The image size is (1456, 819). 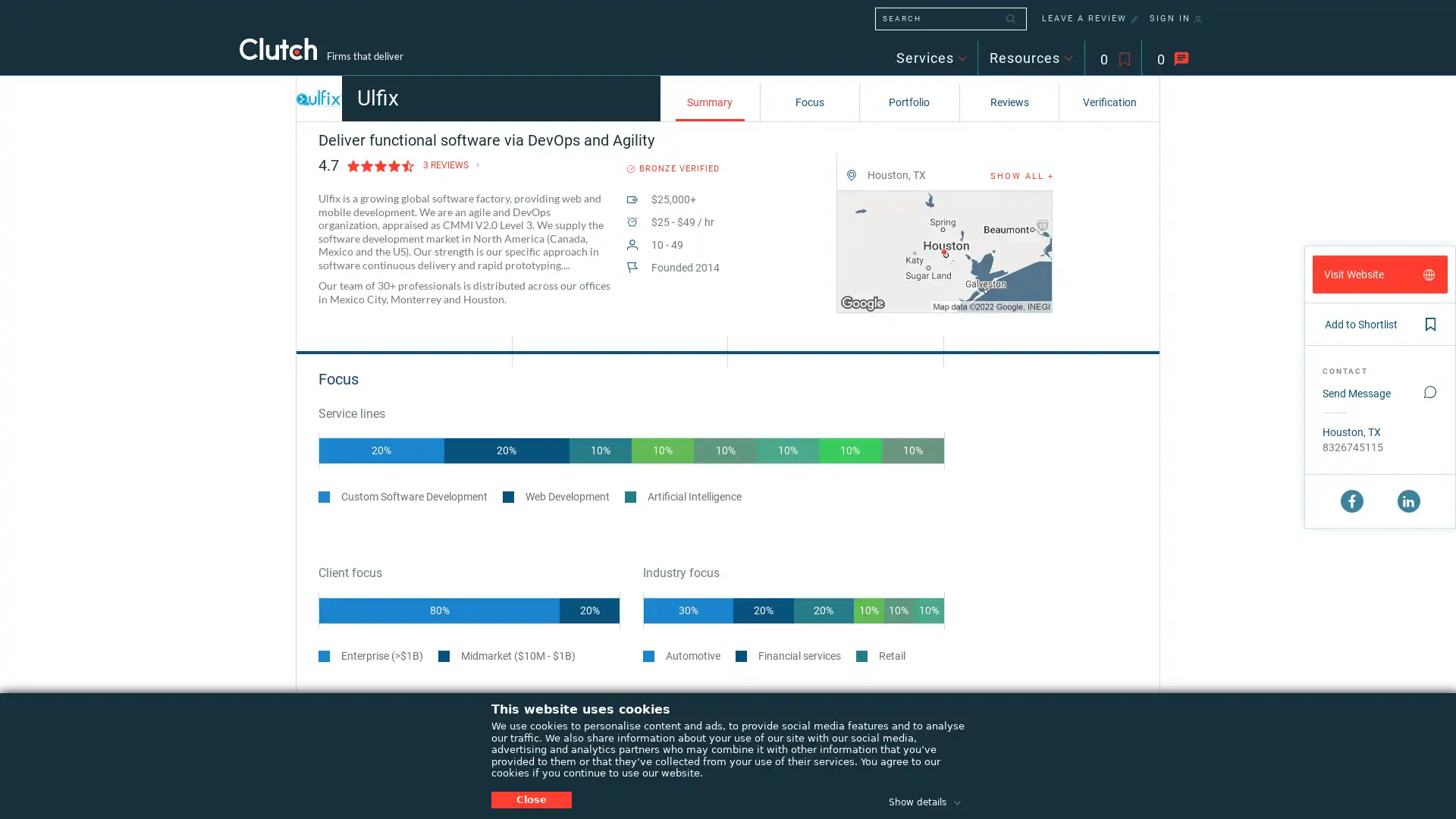 What do you see at coordinates (1031, 57) in the screenshot?
I see `Resources` at bounding box center [1031, 57].